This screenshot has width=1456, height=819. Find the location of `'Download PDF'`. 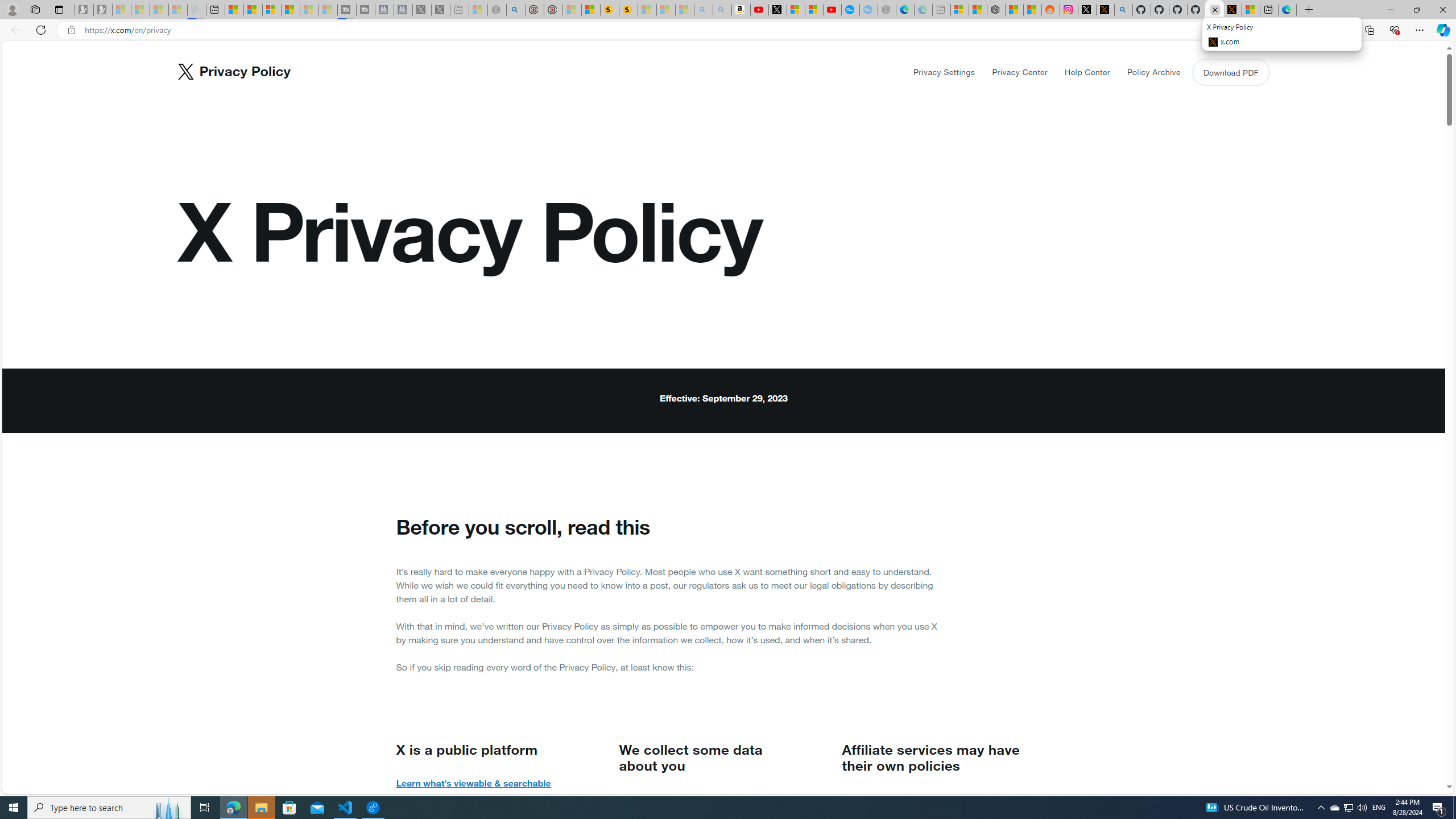

'Download PDF' is located at coordinates (1230, 72).